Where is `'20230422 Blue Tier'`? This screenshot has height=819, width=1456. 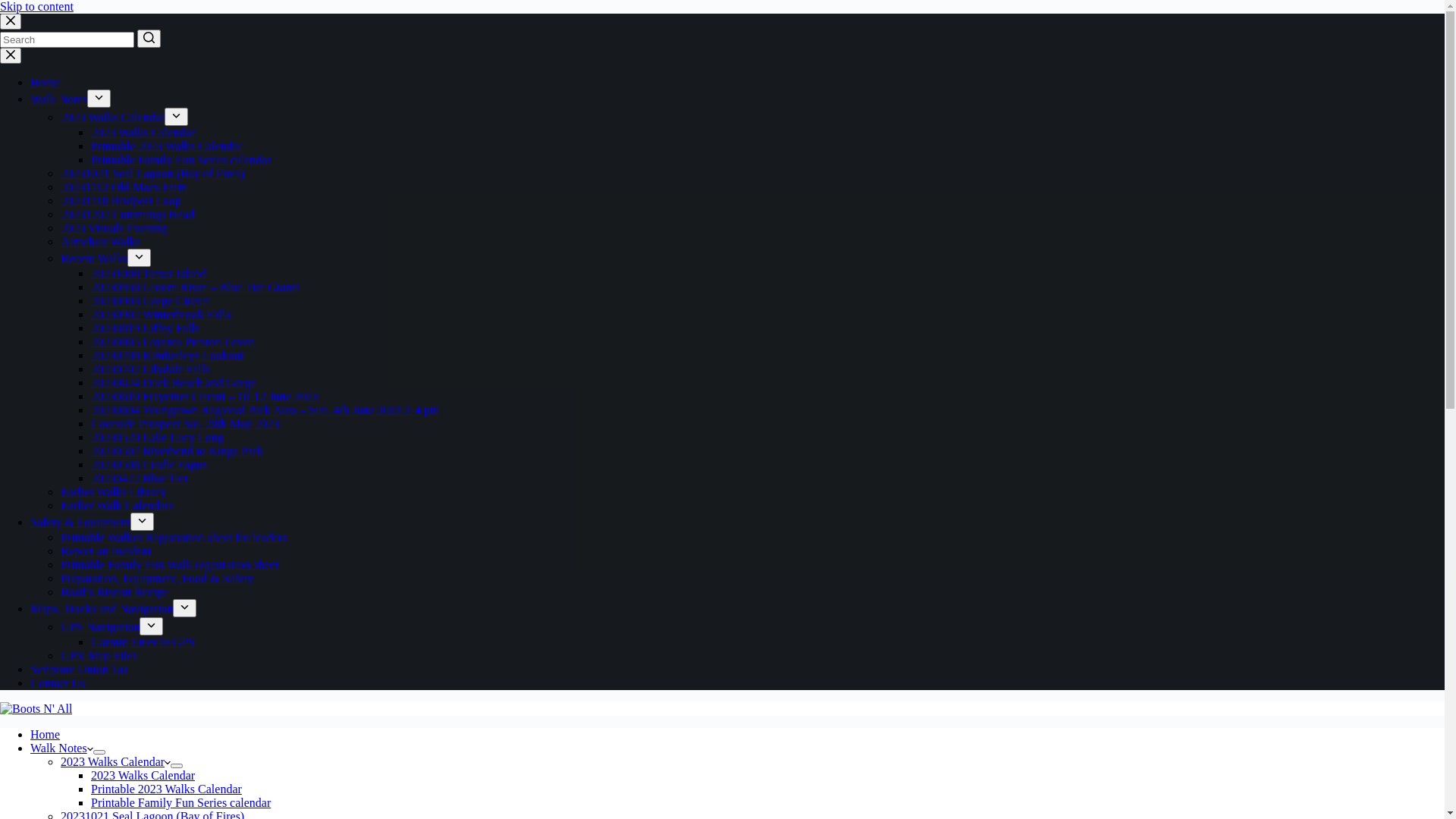
'20230422 Blue Tier' is located at coordinates (139, 478).